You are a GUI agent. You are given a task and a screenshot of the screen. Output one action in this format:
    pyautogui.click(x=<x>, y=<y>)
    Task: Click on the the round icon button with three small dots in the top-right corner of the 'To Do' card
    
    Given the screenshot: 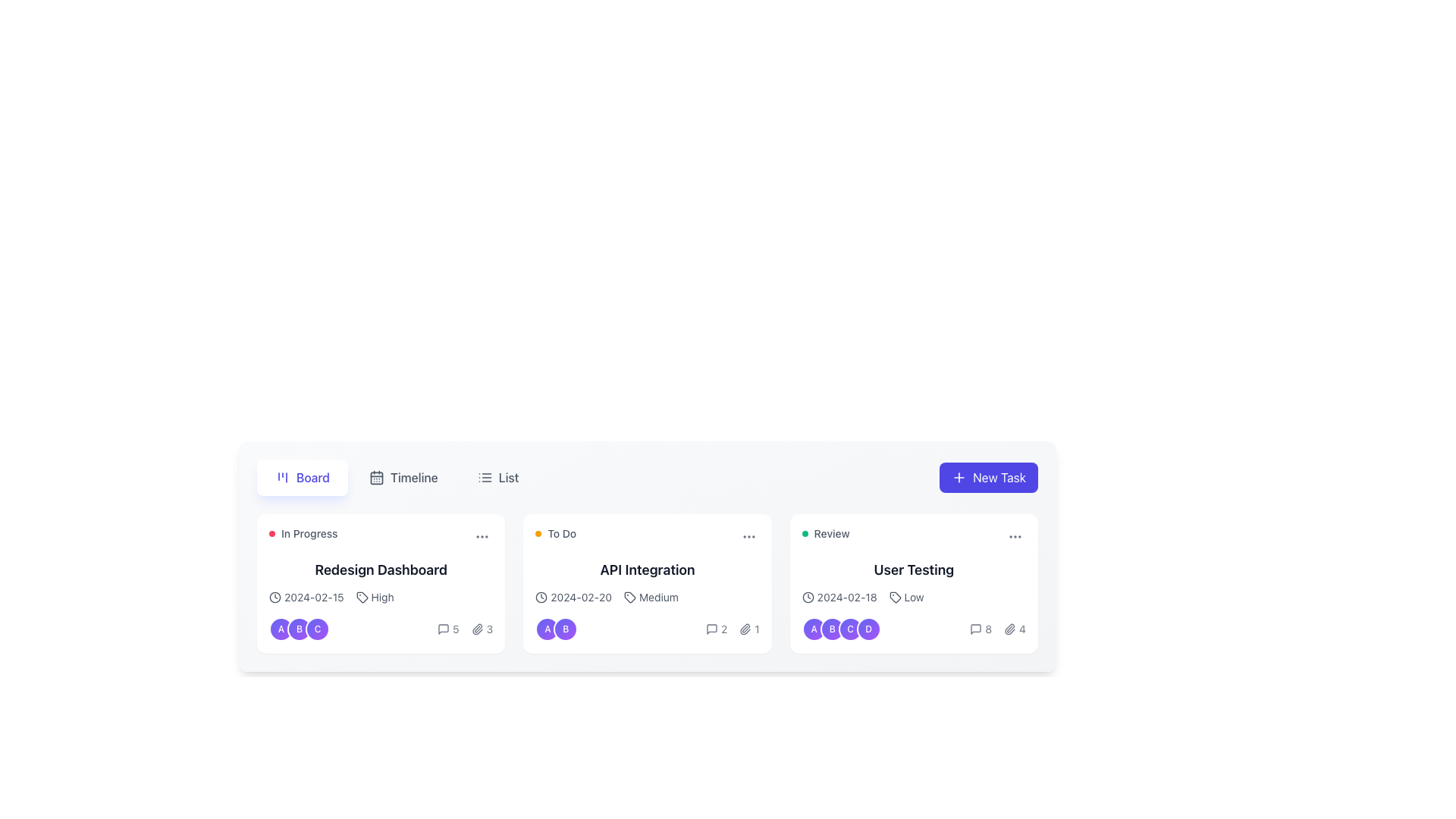 What is the action you would take?
    pyautogui.click(x=748, y=536)
    